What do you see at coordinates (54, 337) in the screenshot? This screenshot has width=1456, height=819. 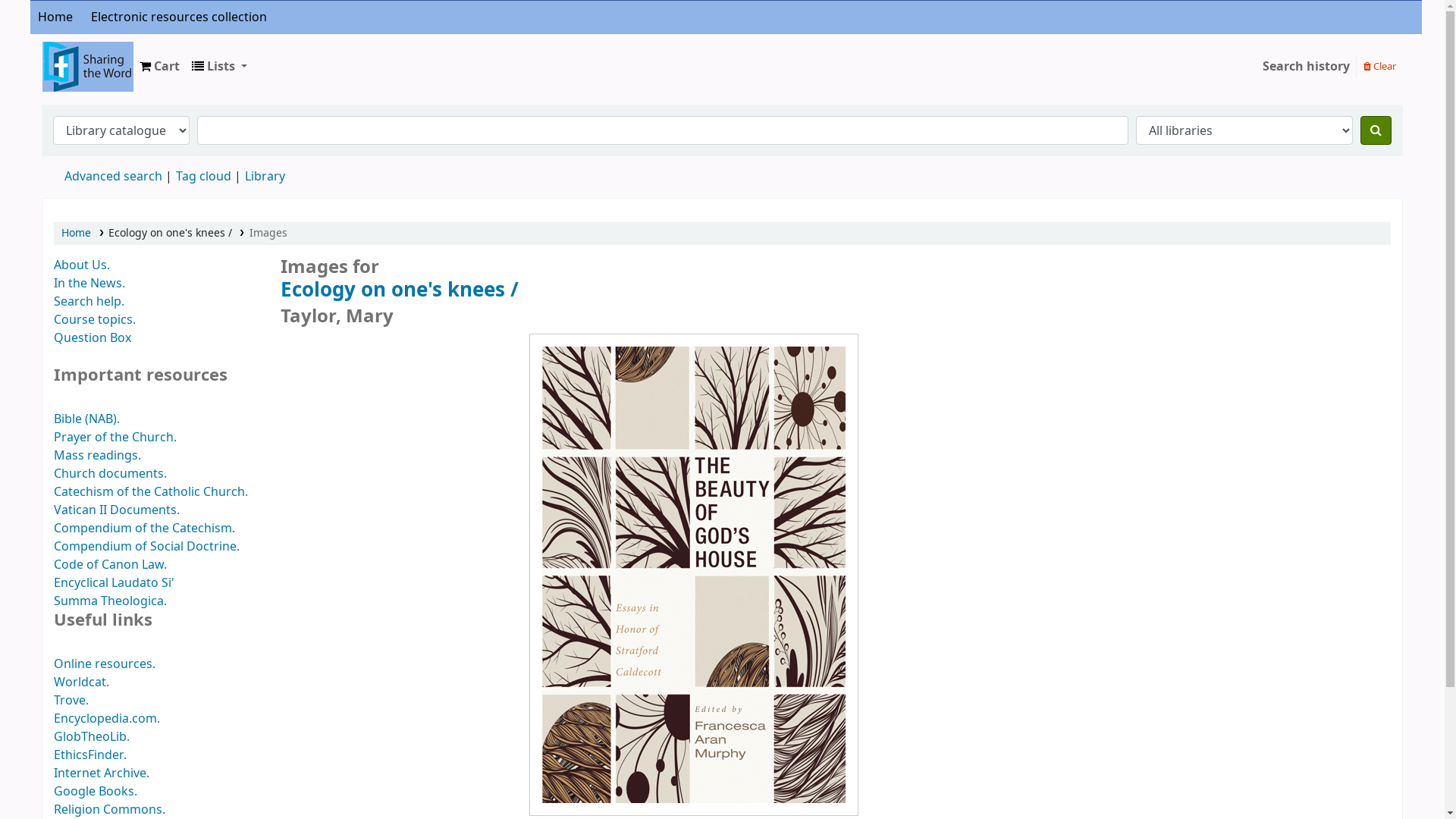 I see `'Question Box'` at bounding box center [54, 337].